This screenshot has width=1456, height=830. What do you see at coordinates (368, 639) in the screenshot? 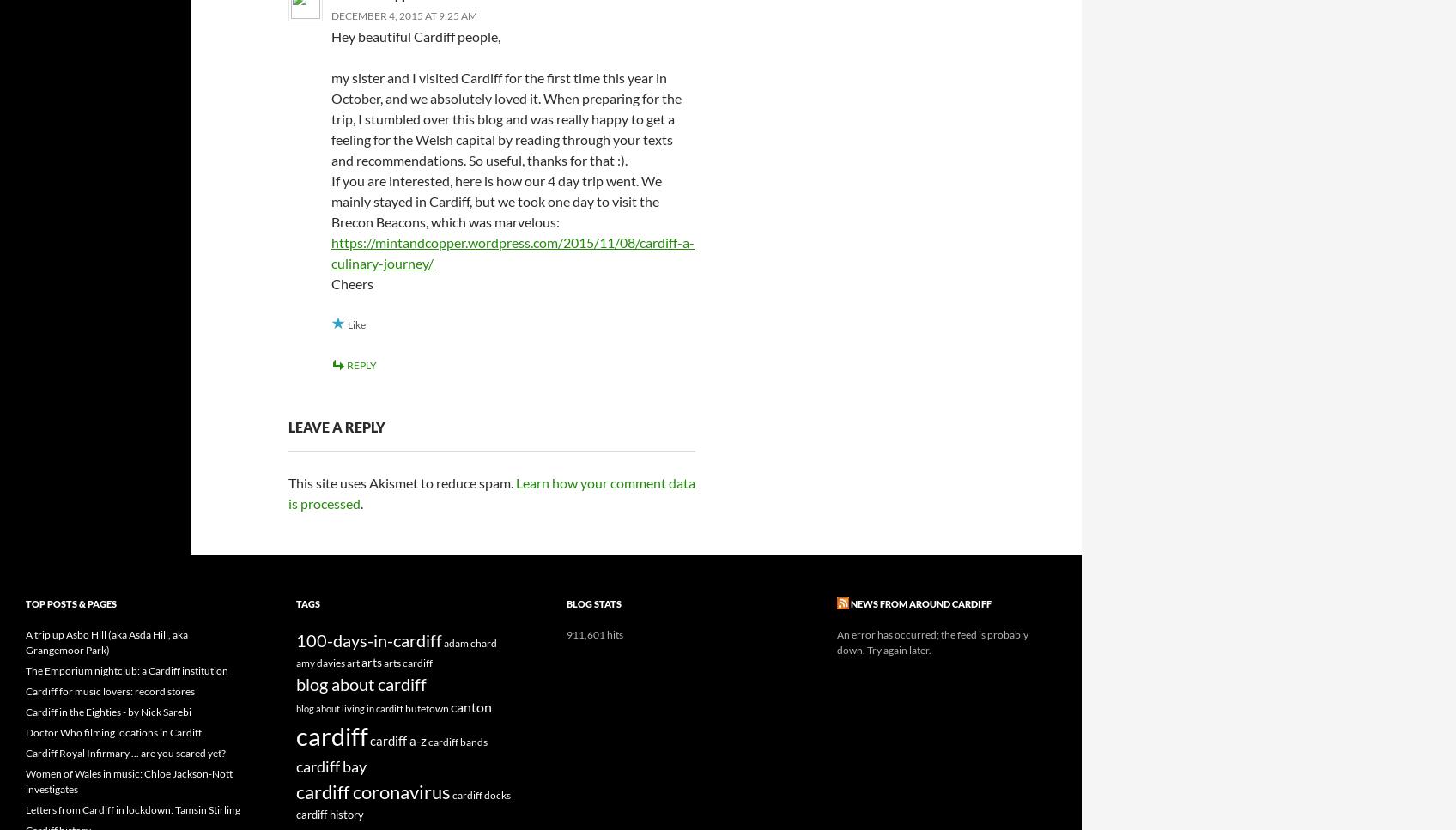
I see `'100-days-in-cardiff'` at bounding box center [368, 639].